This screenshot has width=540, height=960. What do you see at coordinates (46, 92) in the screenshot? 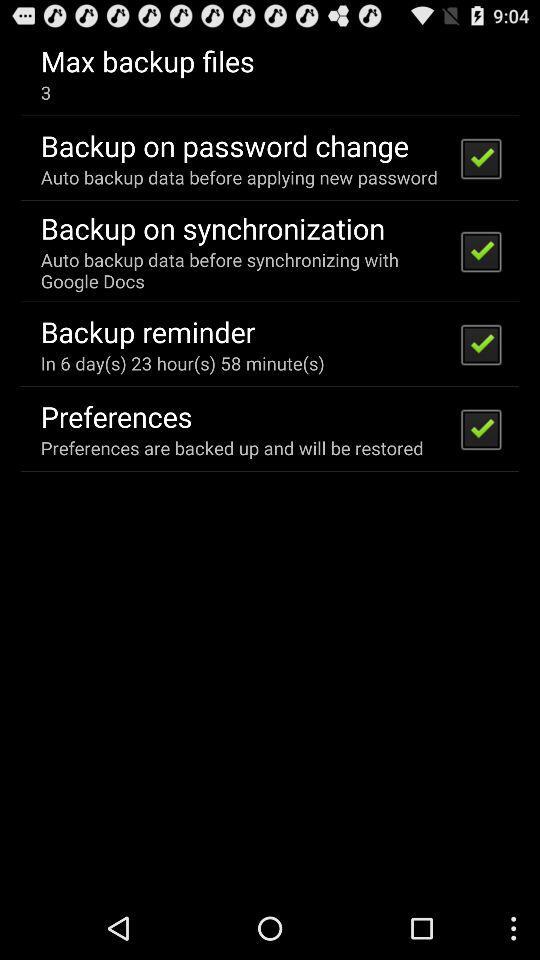
I see `the item above backup on password` at bounding box center [46, 92].